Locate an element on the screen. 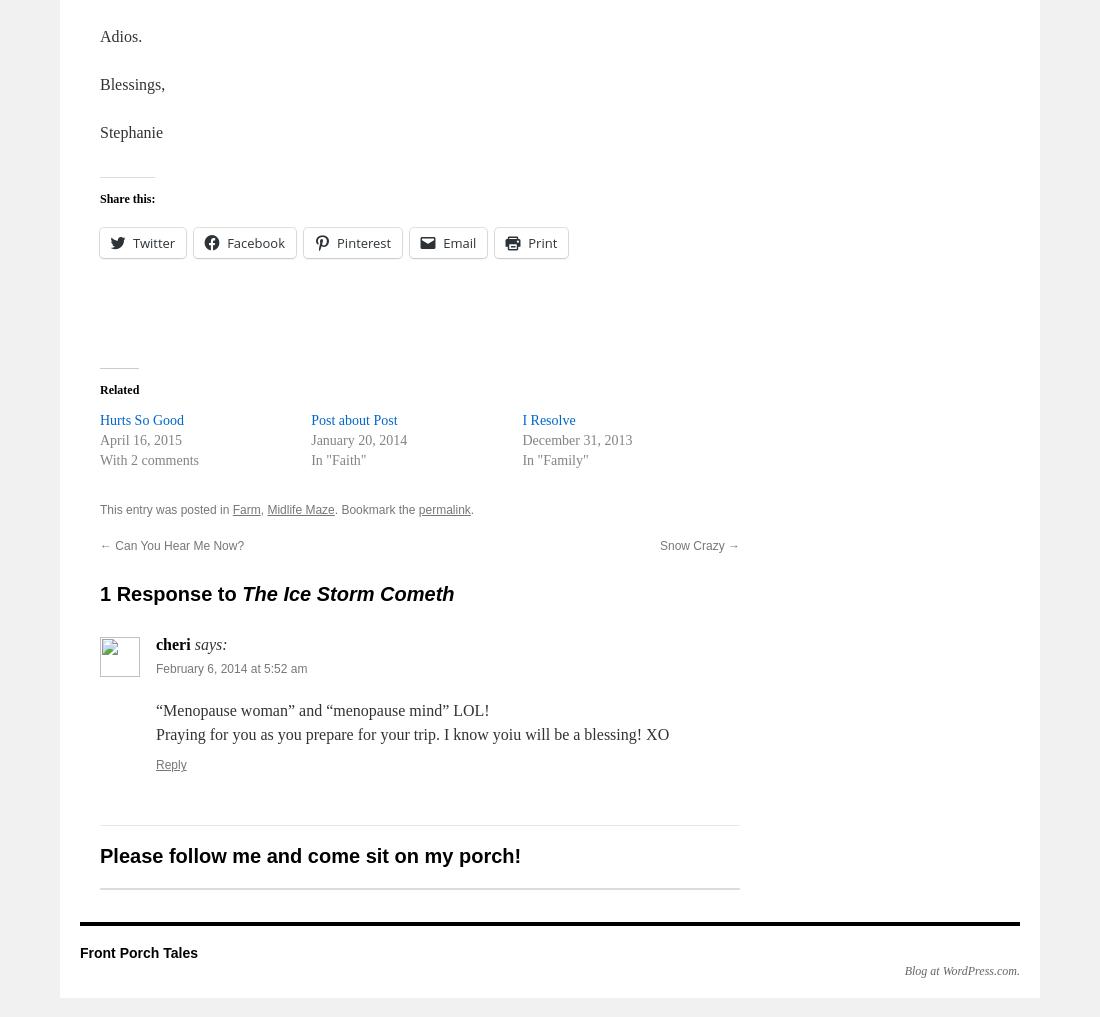 This screenshot has height=1017, width=1100. 'Twitter' is located at coordinates (132, 241).